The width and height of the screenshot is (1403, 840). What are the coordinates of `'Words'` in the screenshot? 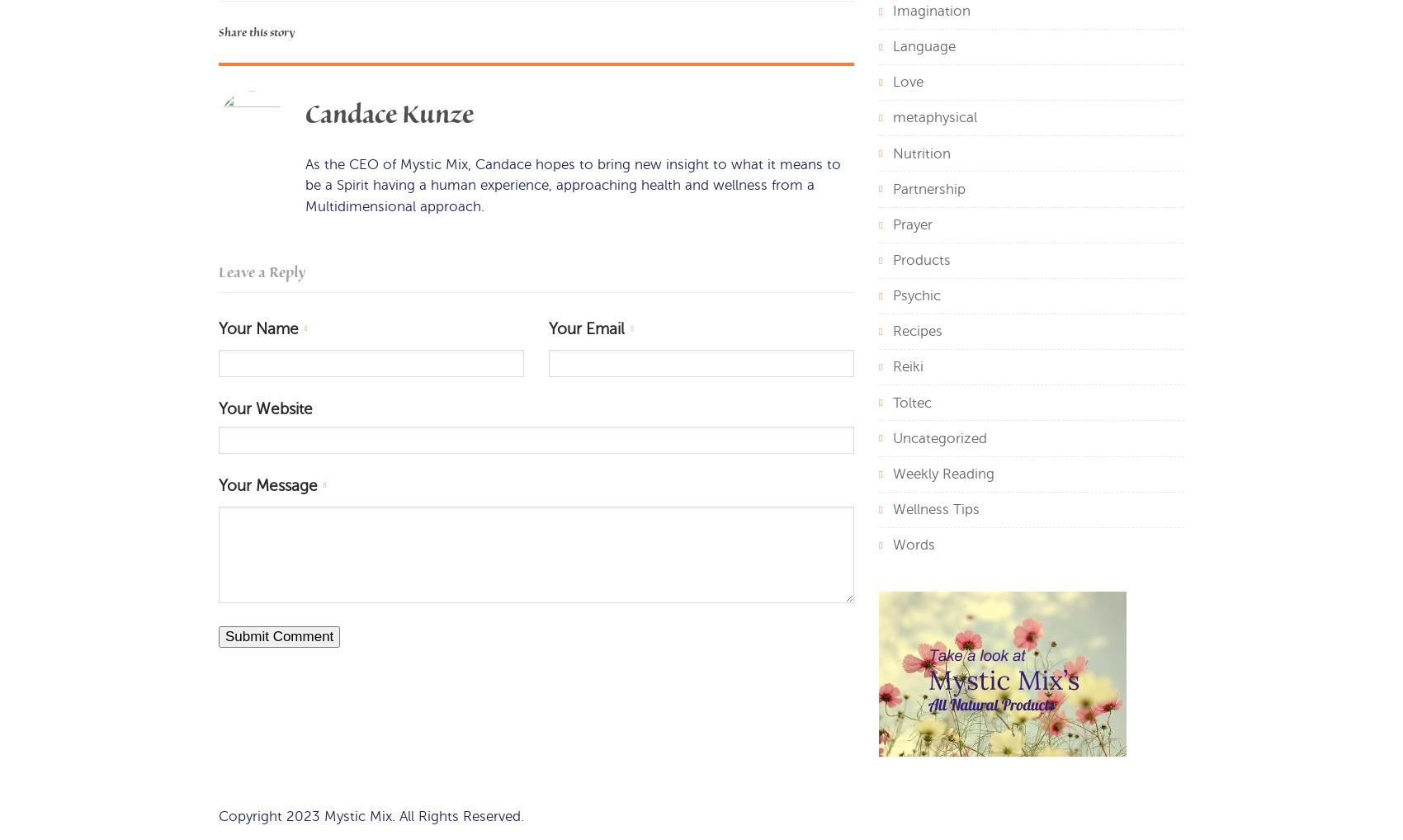 It's located at (914, 544).